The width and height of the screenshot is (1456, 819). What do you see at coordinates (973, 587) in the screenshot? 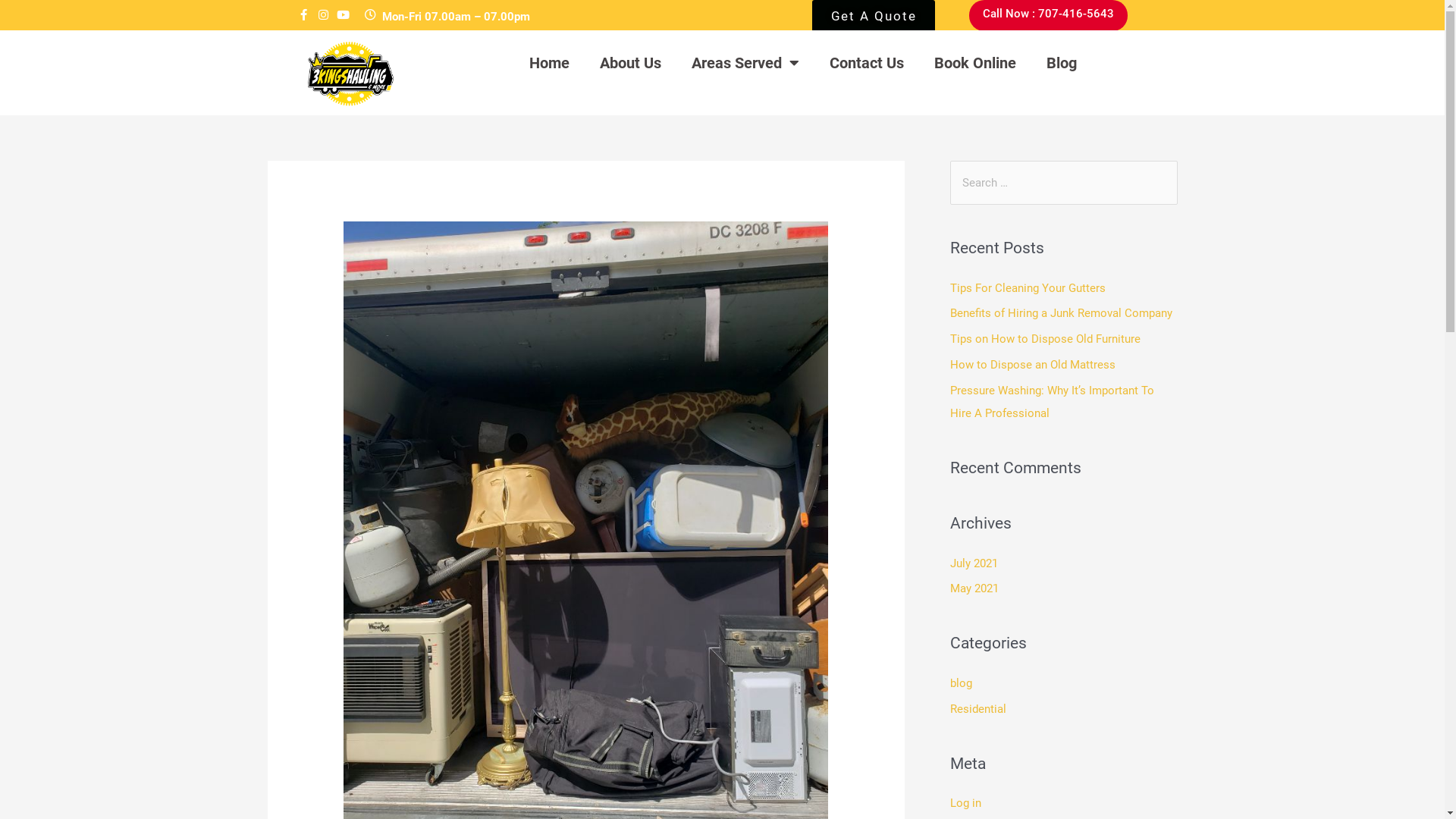
I see `'May 2021'` at bounding box center [973, 587].